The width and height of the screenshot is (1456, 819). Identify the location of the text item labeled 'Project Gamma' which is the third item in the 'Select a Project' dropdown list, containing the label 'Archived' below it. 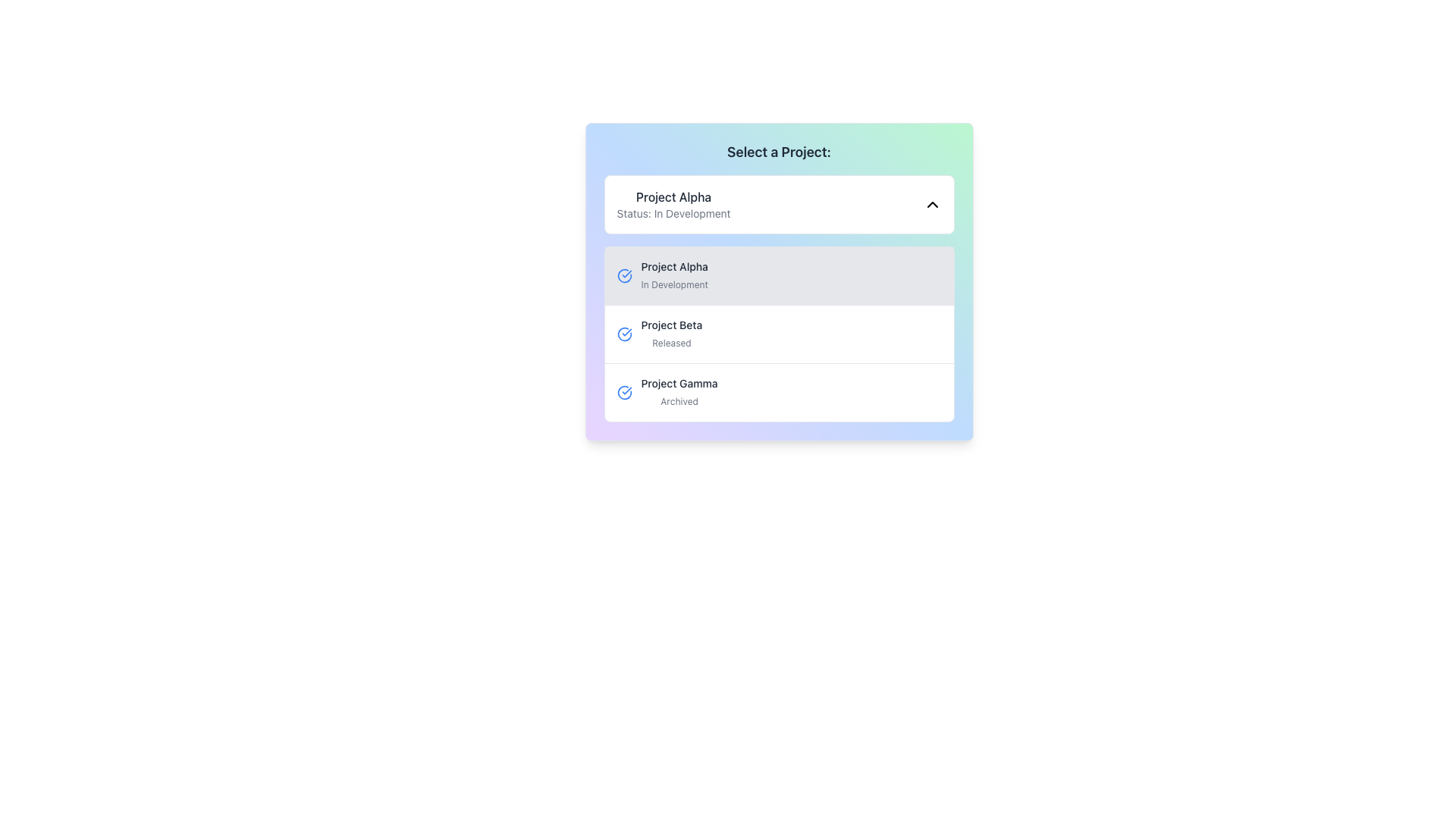
(679, 391).